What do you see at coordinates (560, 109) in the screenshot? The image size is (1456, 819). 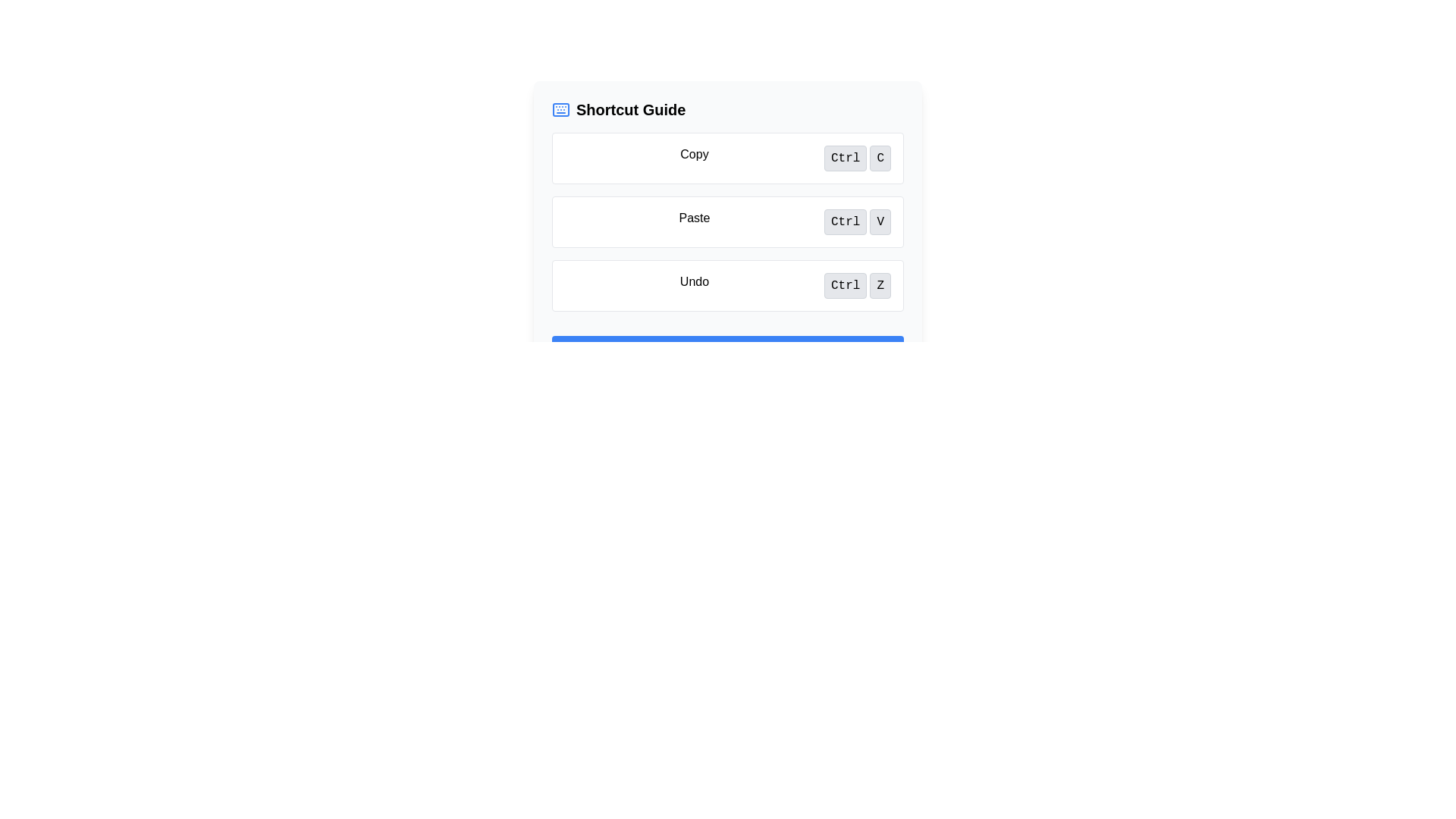 I see `the Decorative vector component representing a key within the SVG graphic of the keyboard, located near the 'Shortcut Guide' heading` at bounding box center [560, 109].